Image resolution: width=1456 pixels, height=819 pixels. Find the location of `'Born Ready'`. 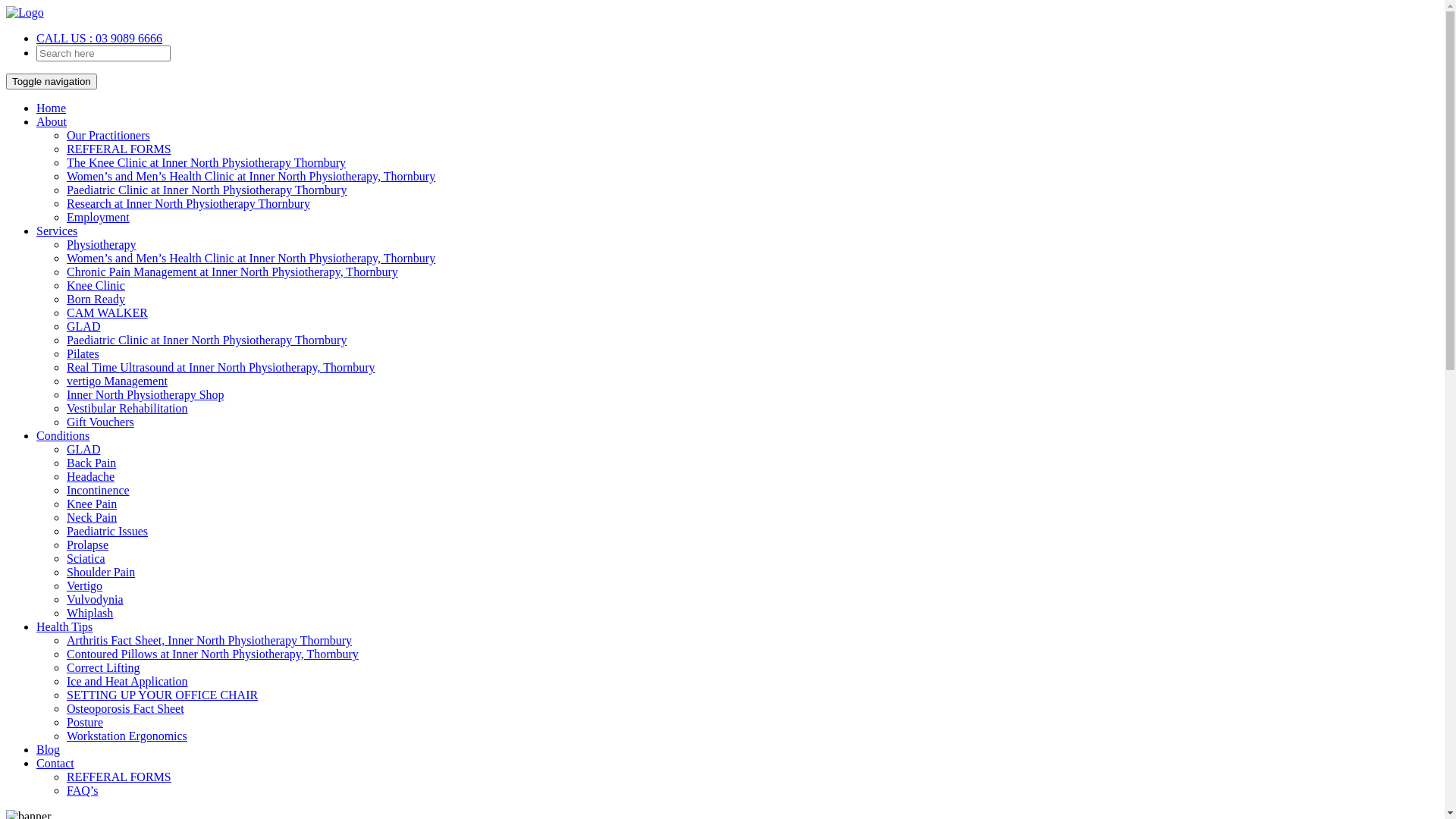

'Born Ready' is located at coordinates (65, 299).